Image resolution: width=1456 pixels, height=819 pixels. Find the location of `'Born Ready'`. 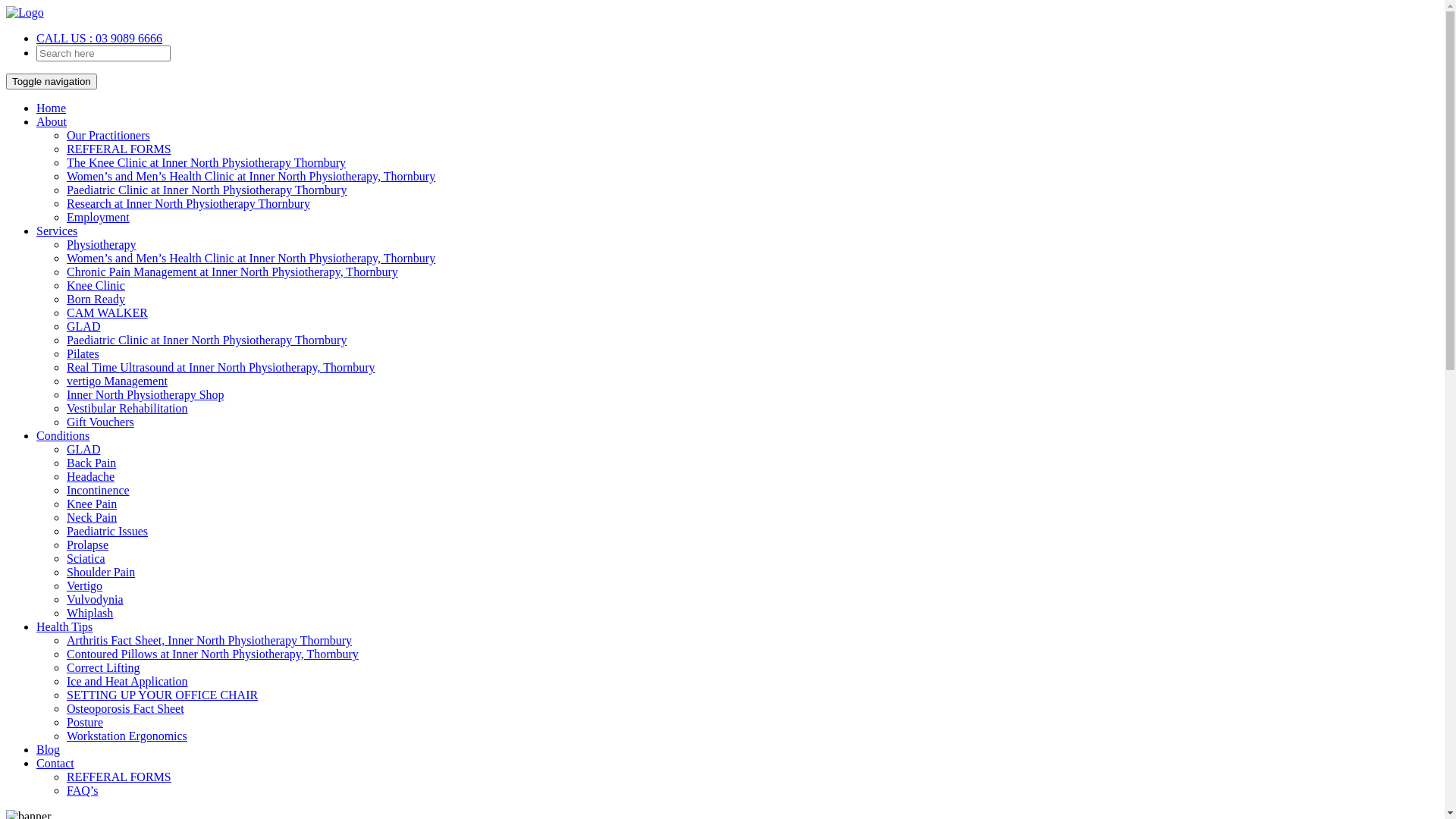

'Born Ready' is located at coordinates (65, 299).